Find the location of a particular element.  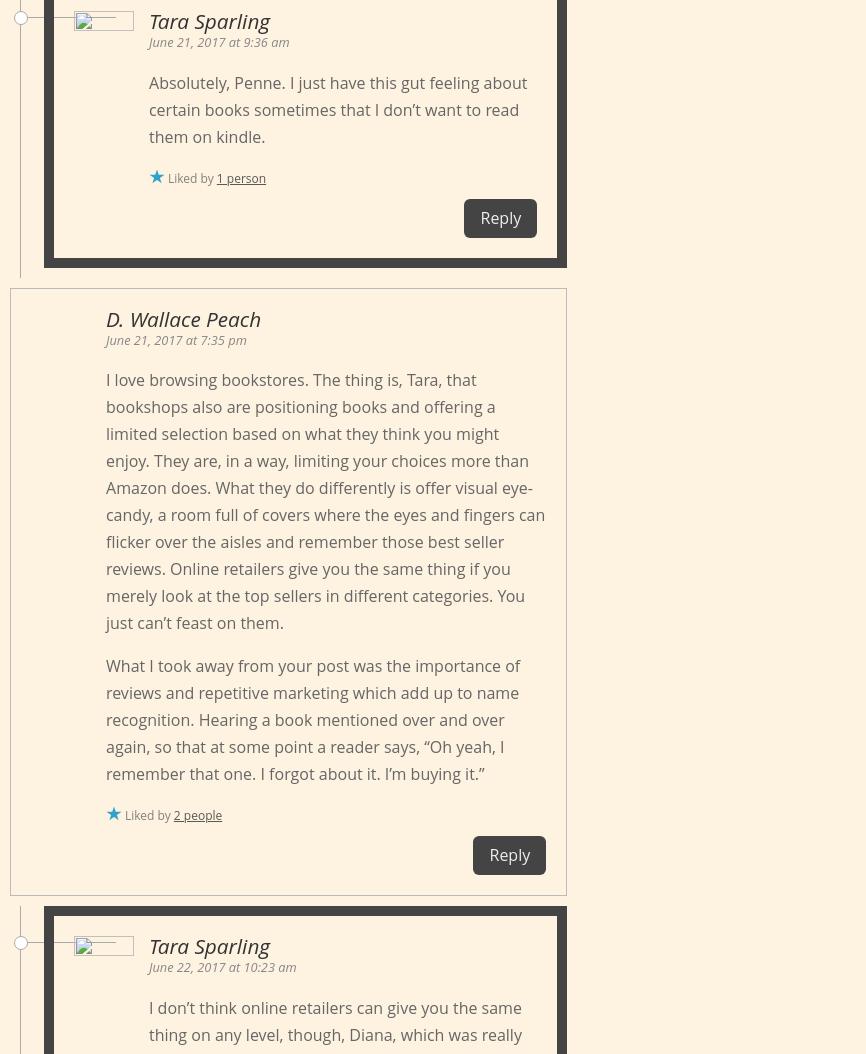

'June 22, 2017 at 10:23 am' is located at coordinates (221, 967).